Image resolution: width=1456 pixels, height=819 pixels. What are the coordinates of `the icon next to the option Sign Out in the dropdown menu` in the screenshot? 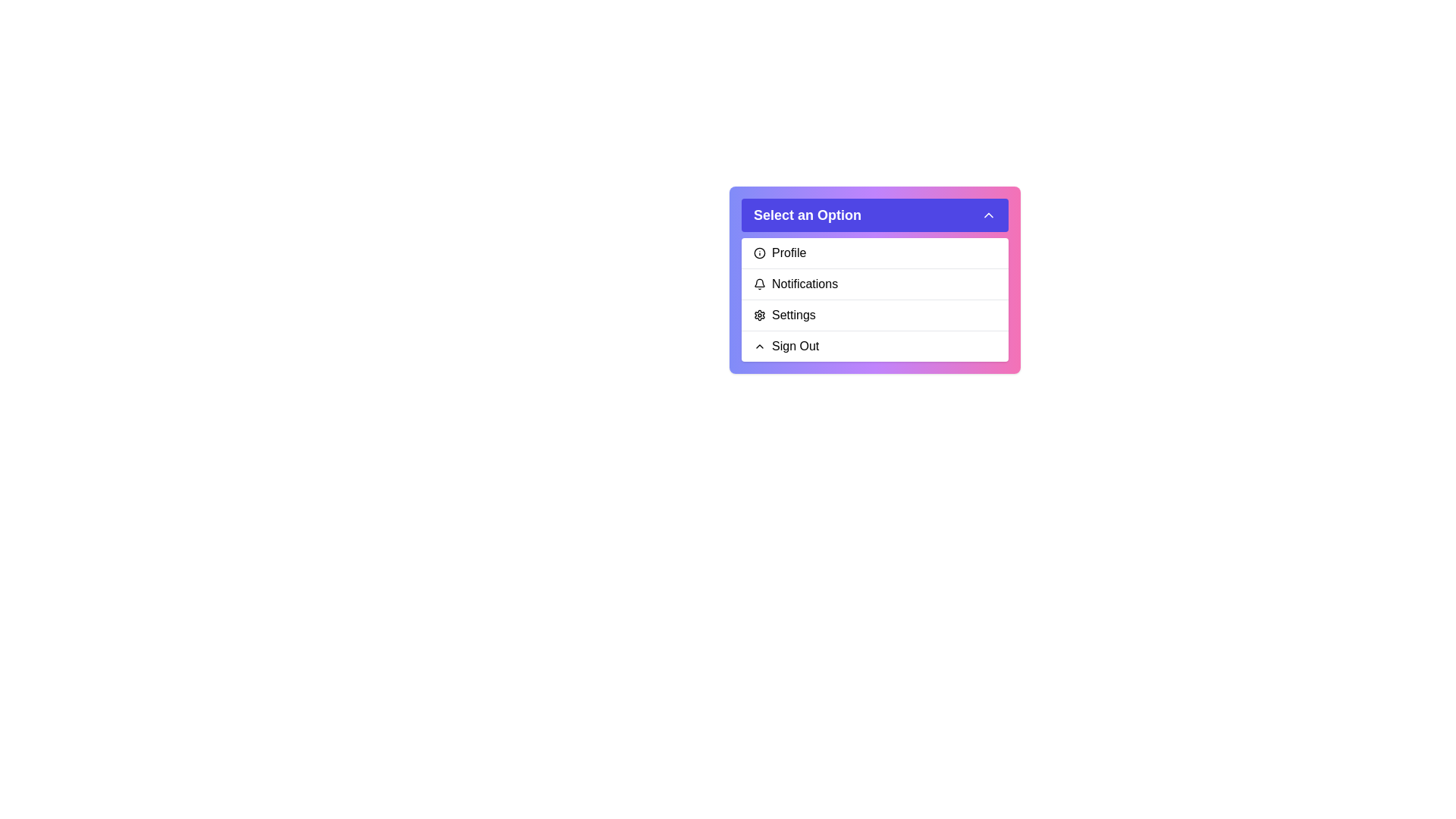 It's located at (760, 346).